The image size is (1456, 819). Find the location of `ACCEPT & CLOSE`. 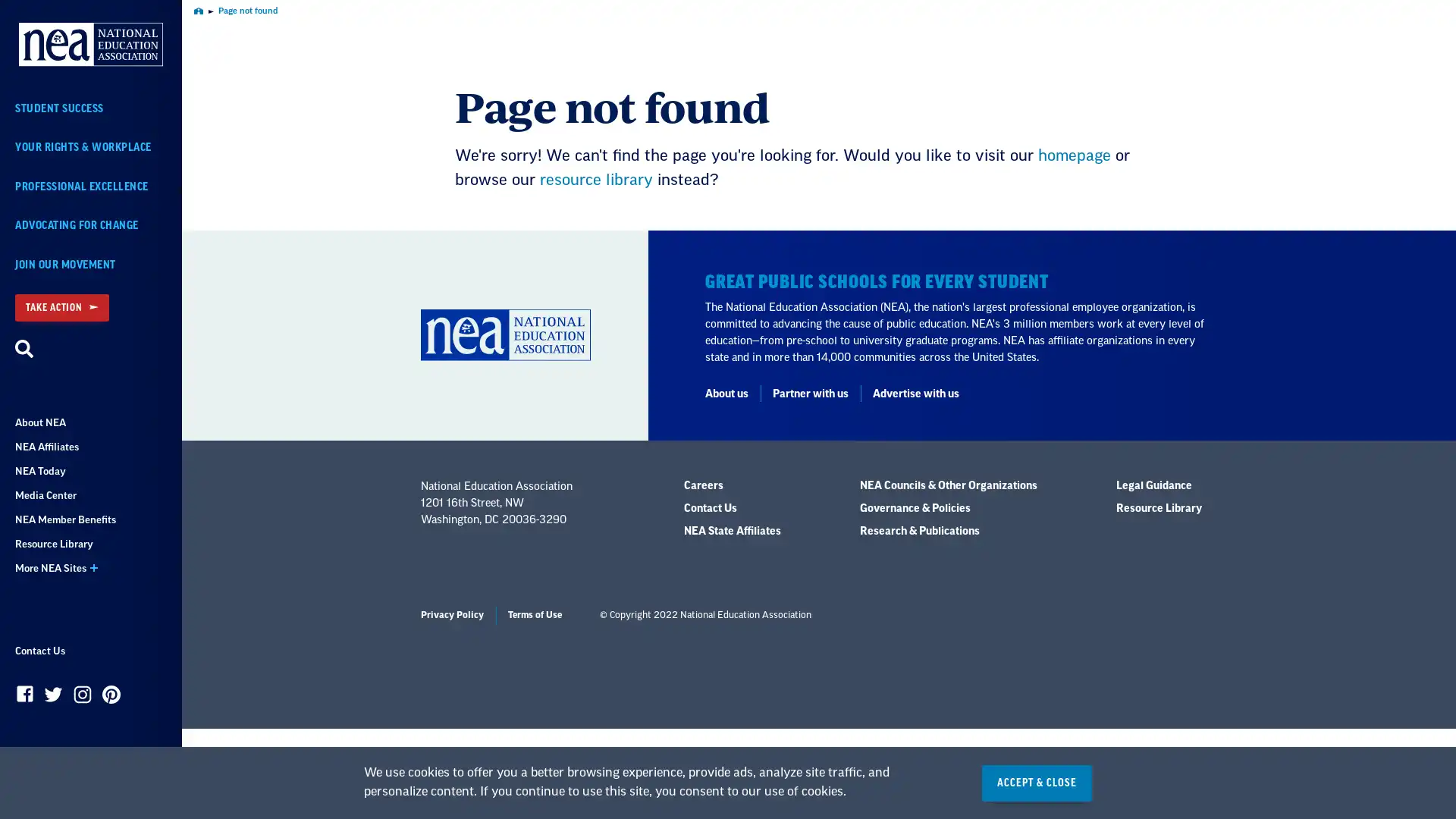

ACCEPT & CLOSE is located at coordinates (1036, 783).